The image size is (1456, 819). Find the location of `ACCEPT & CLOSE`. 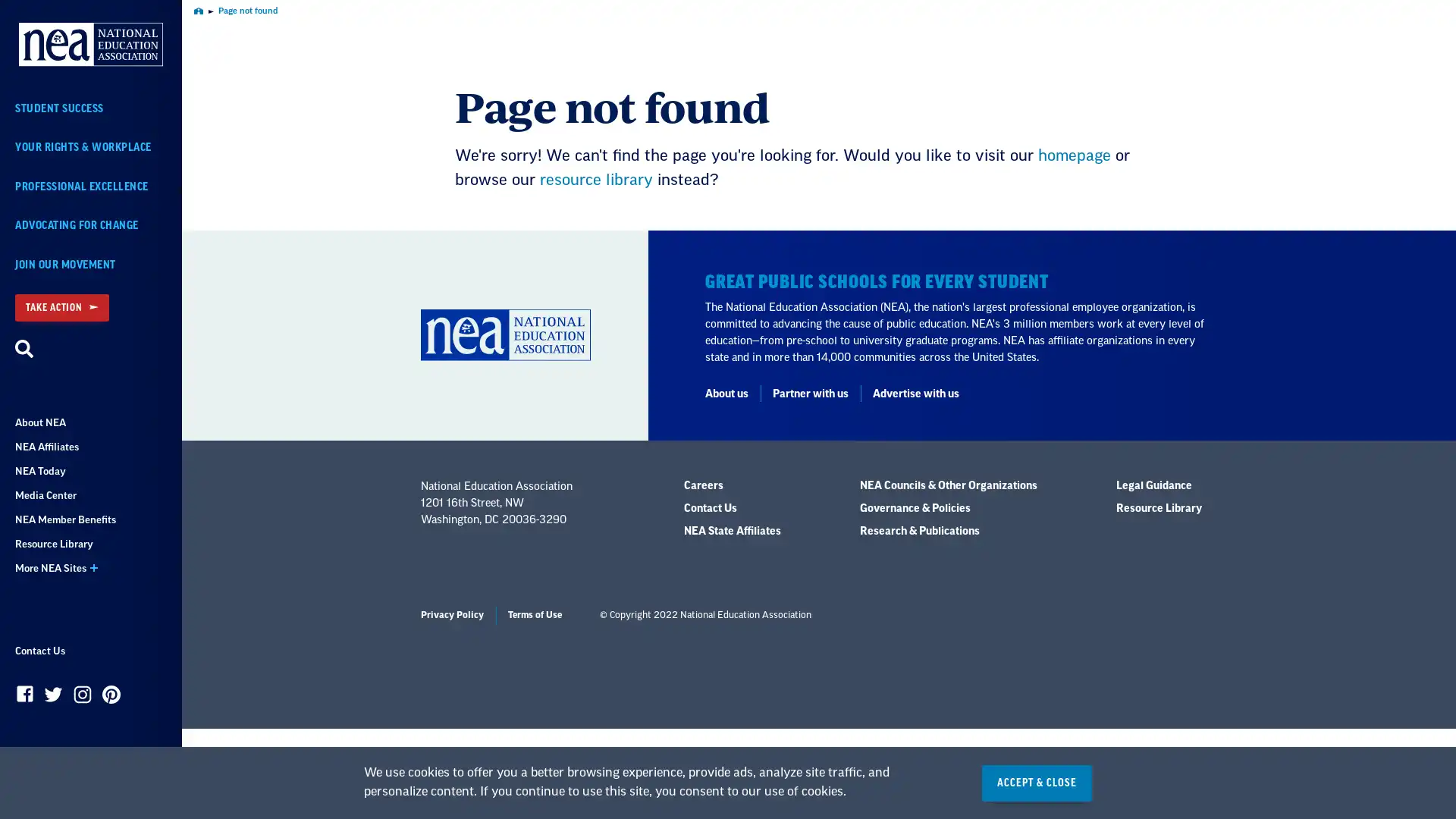

ACCEPT & CLOSE is located at coordinates (1036, 783).